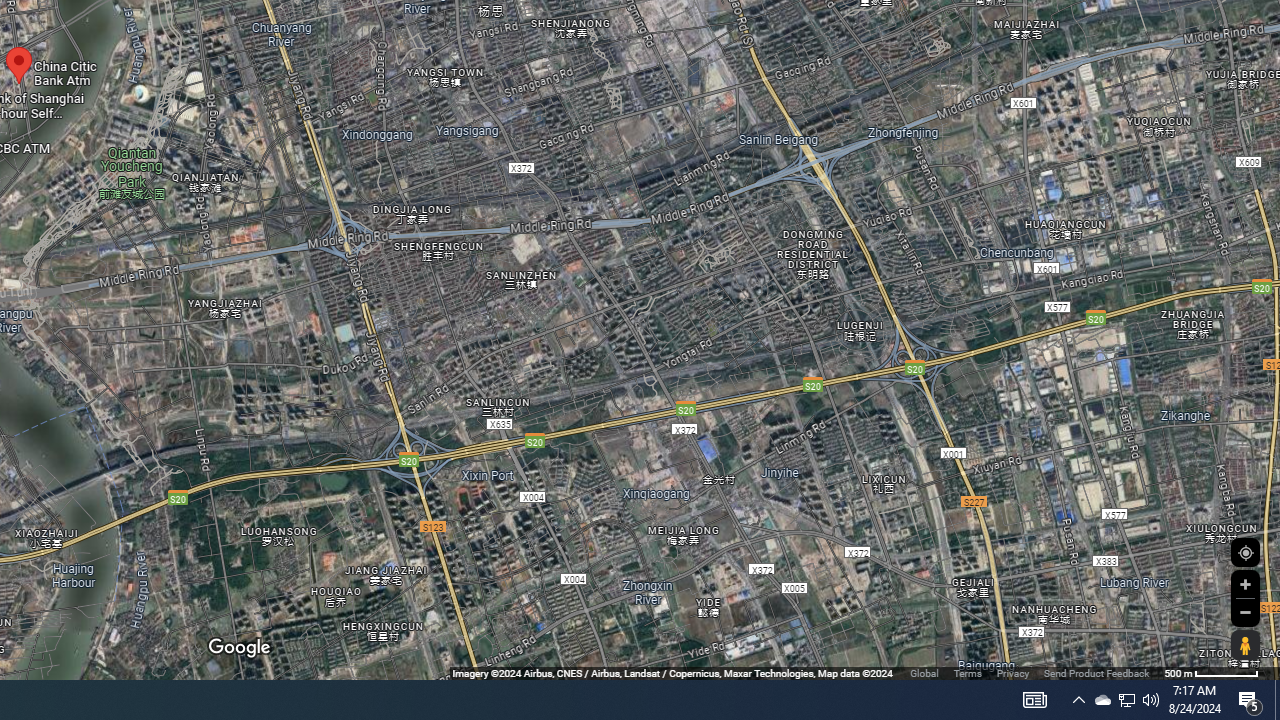  Describe the element at coordinates (1244, 611) in the screenshot. I see `'Zoom out'` at that location.